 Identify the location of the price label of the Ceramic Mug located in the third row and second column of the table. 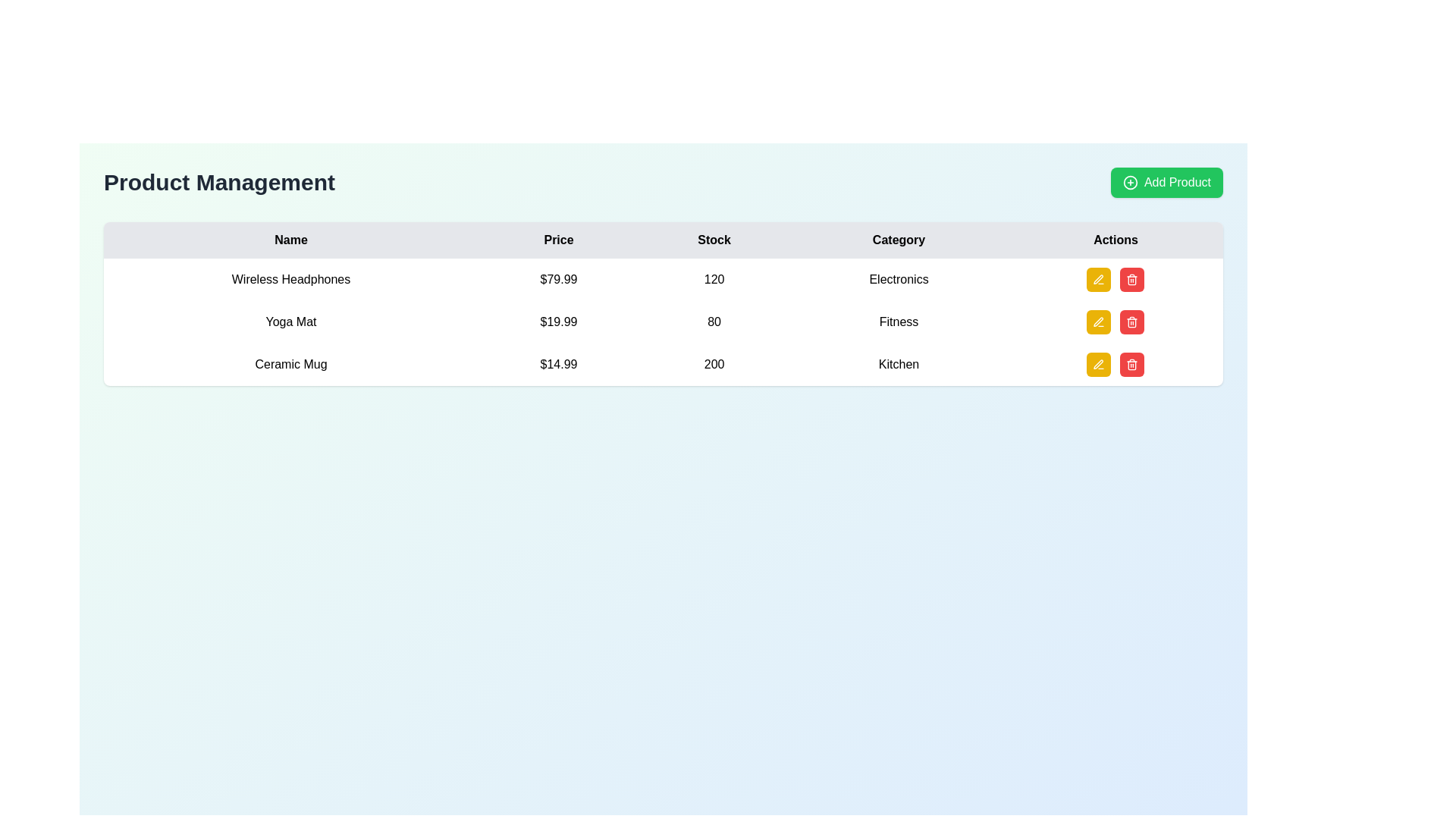
(558, 365).